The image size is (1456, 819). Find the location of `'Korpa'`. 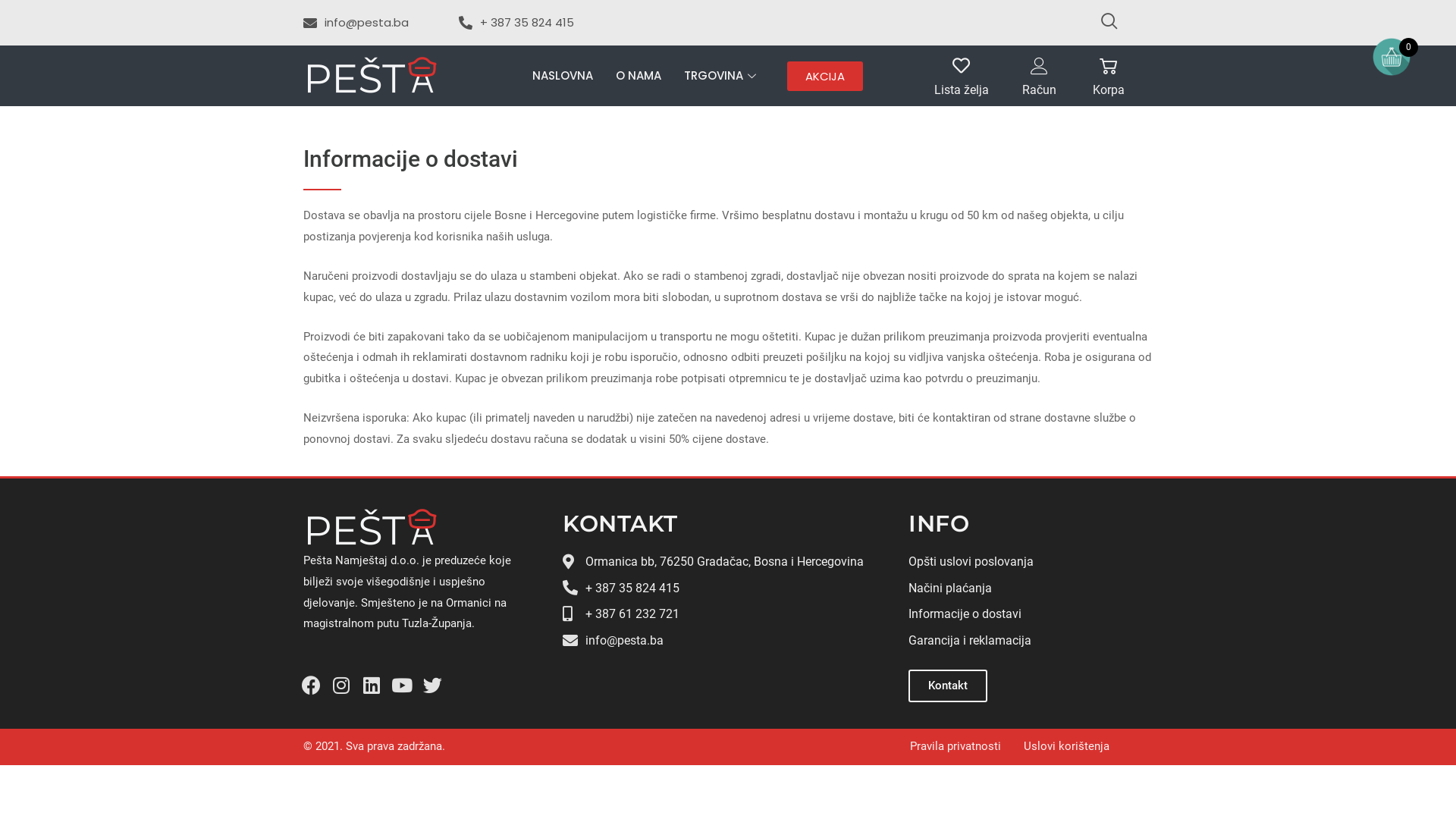

'Korpa' is located at coordinates (1109, 89).